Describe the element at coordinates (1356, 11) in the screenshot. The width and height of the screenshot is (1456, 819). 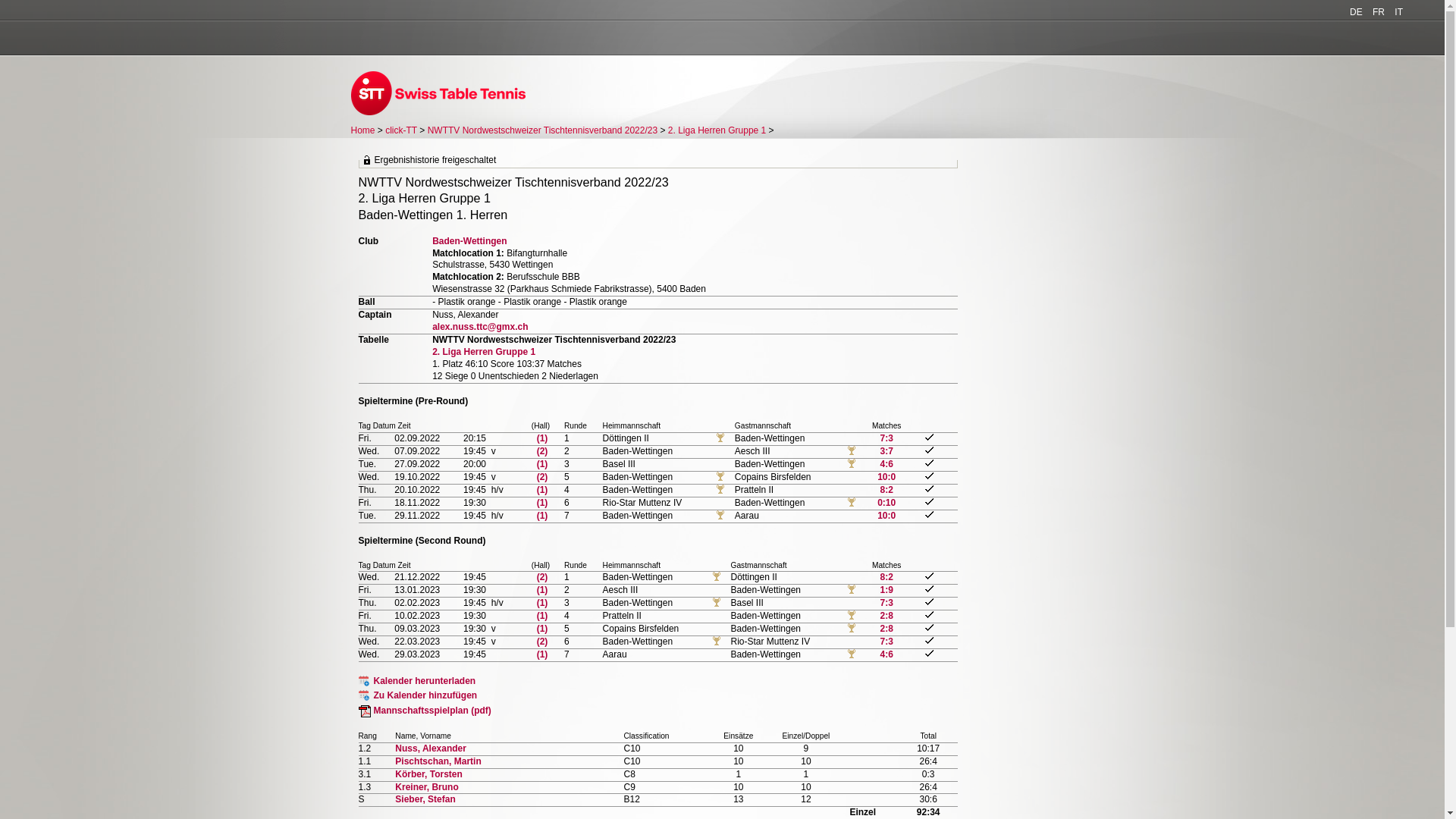
I see `'DE'` at that location.